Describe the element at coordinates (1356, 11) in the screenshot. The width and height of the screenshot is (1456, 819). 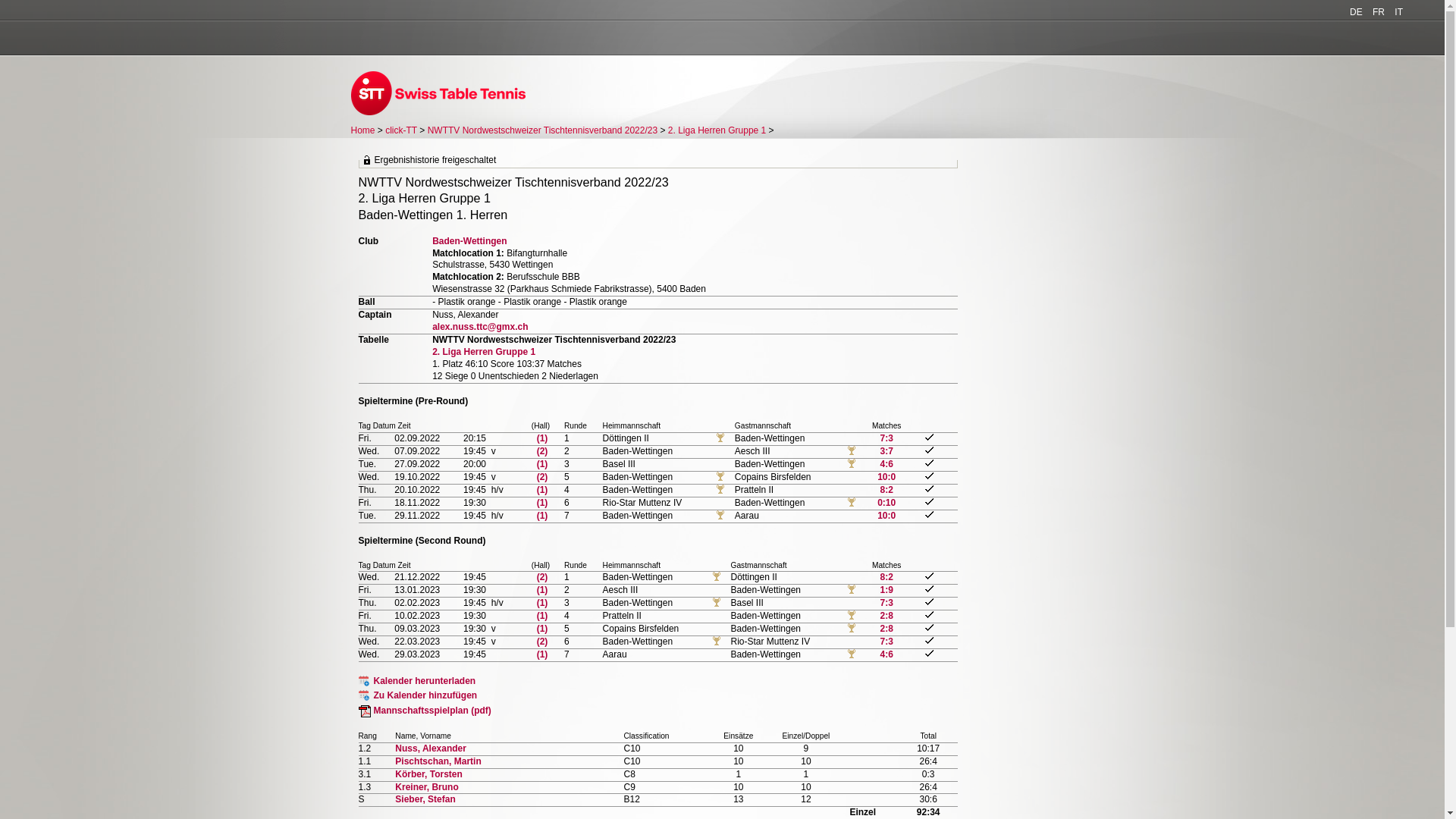
I see `'DE'` at that location.